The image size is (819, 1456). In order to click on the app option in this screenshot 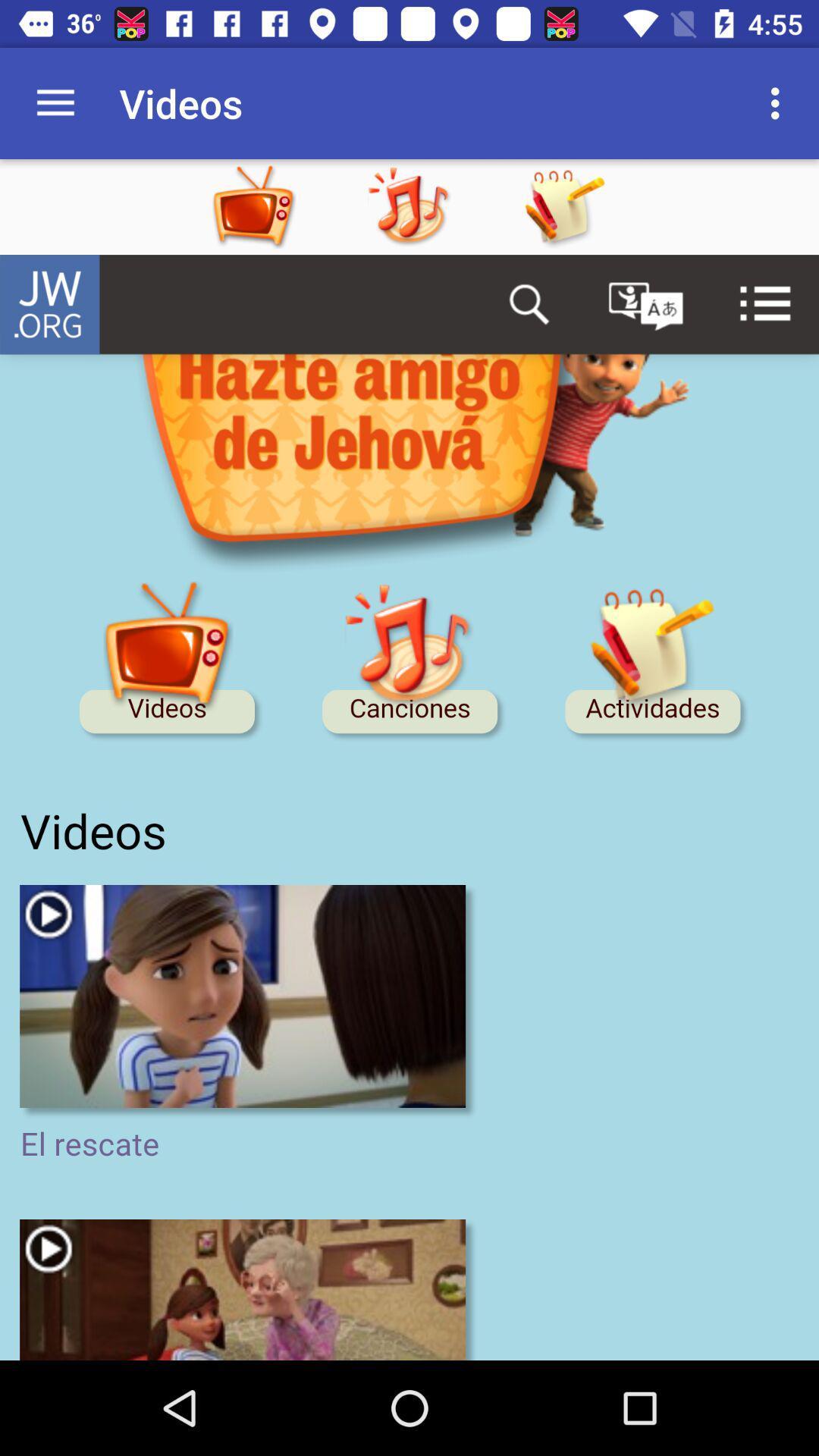, I will do `click(564, 206)`.